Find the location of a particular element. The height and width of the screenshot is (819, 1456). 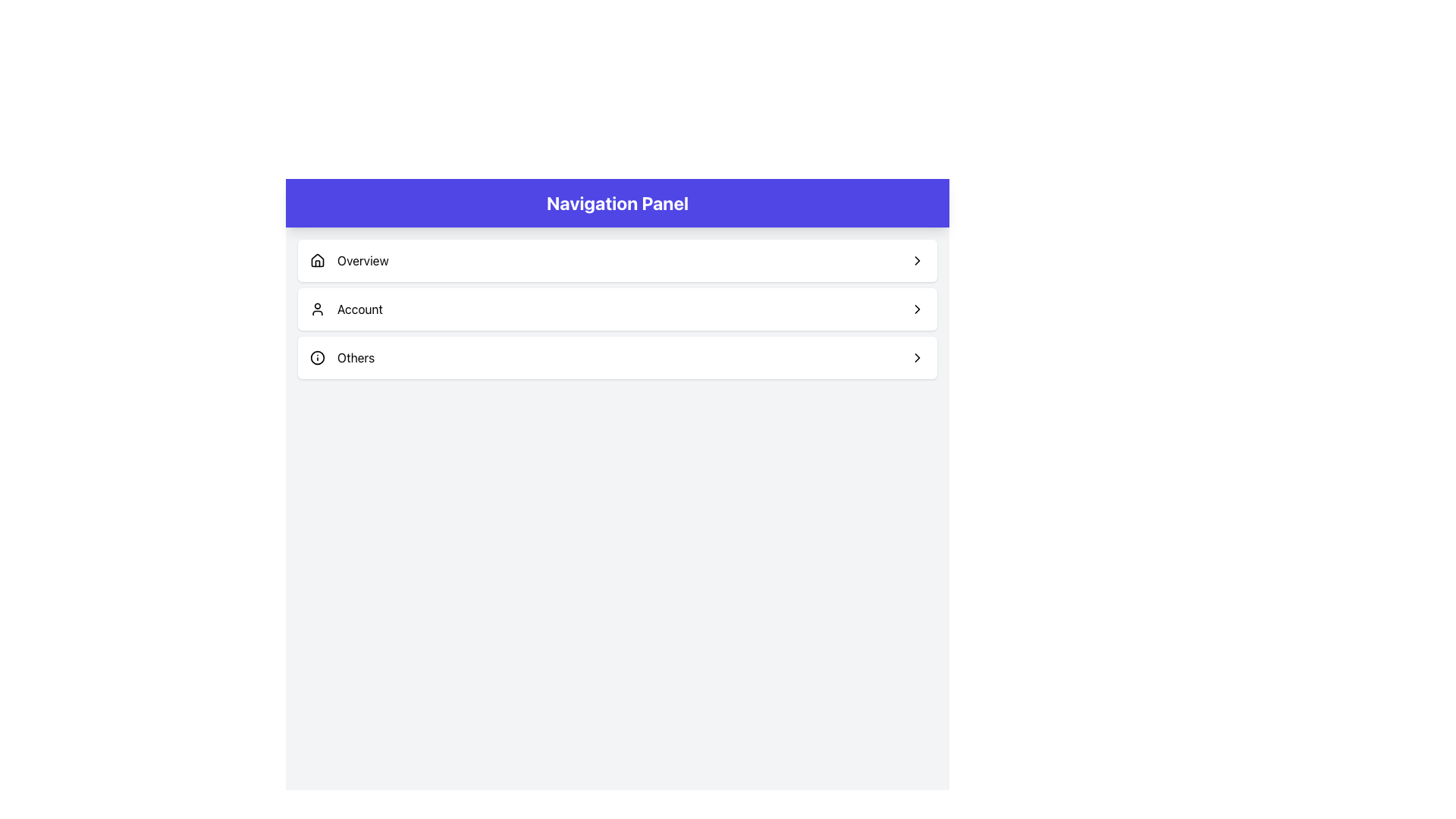

the SVG icon depicting a user, which is located to the left of the text 'Account' in the navigation list, specifically the second item in the list is located at coordinates (316, 309).